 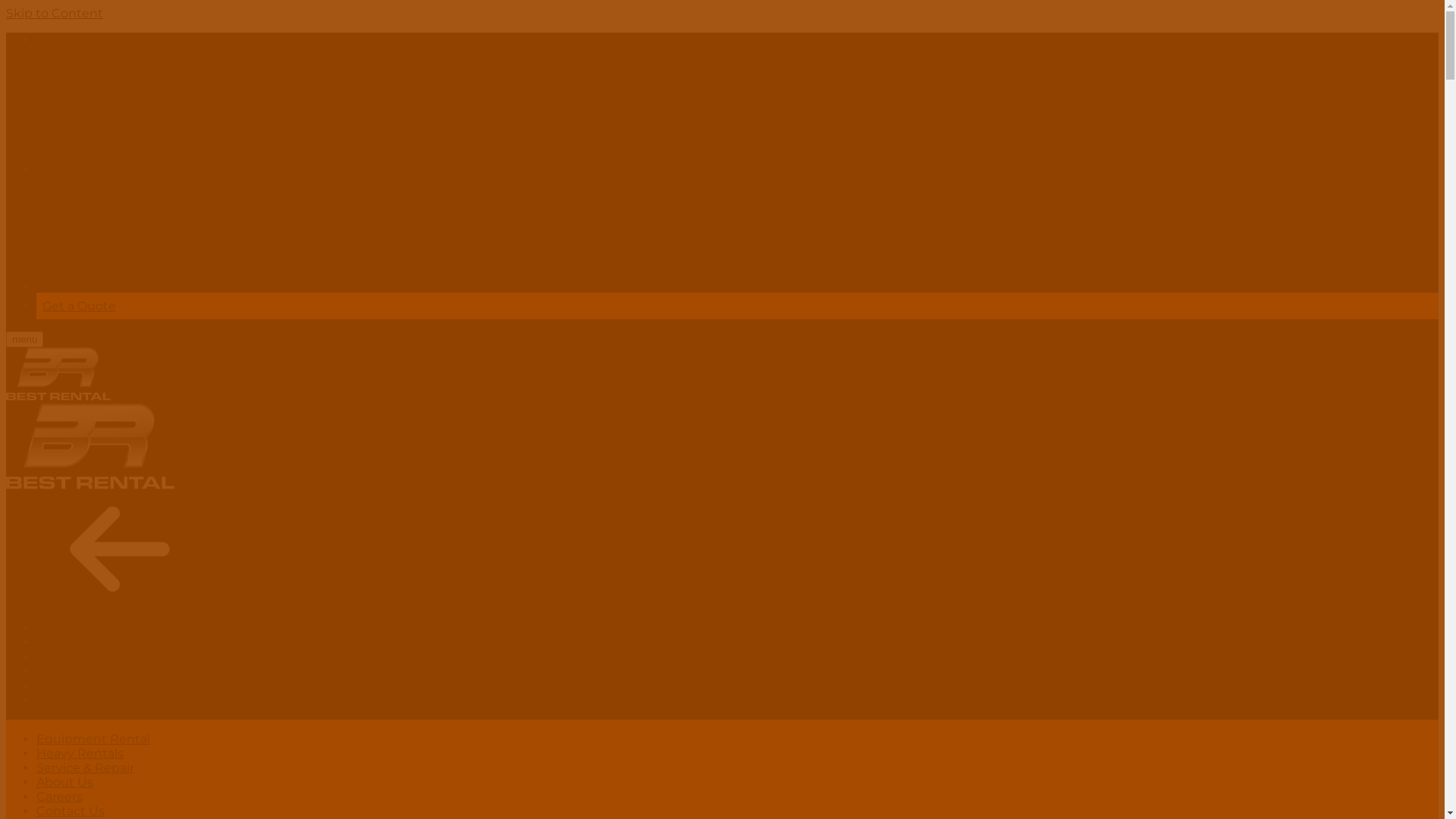 I want to click on 'Heavy Rentals', so click(x=79, y=753).